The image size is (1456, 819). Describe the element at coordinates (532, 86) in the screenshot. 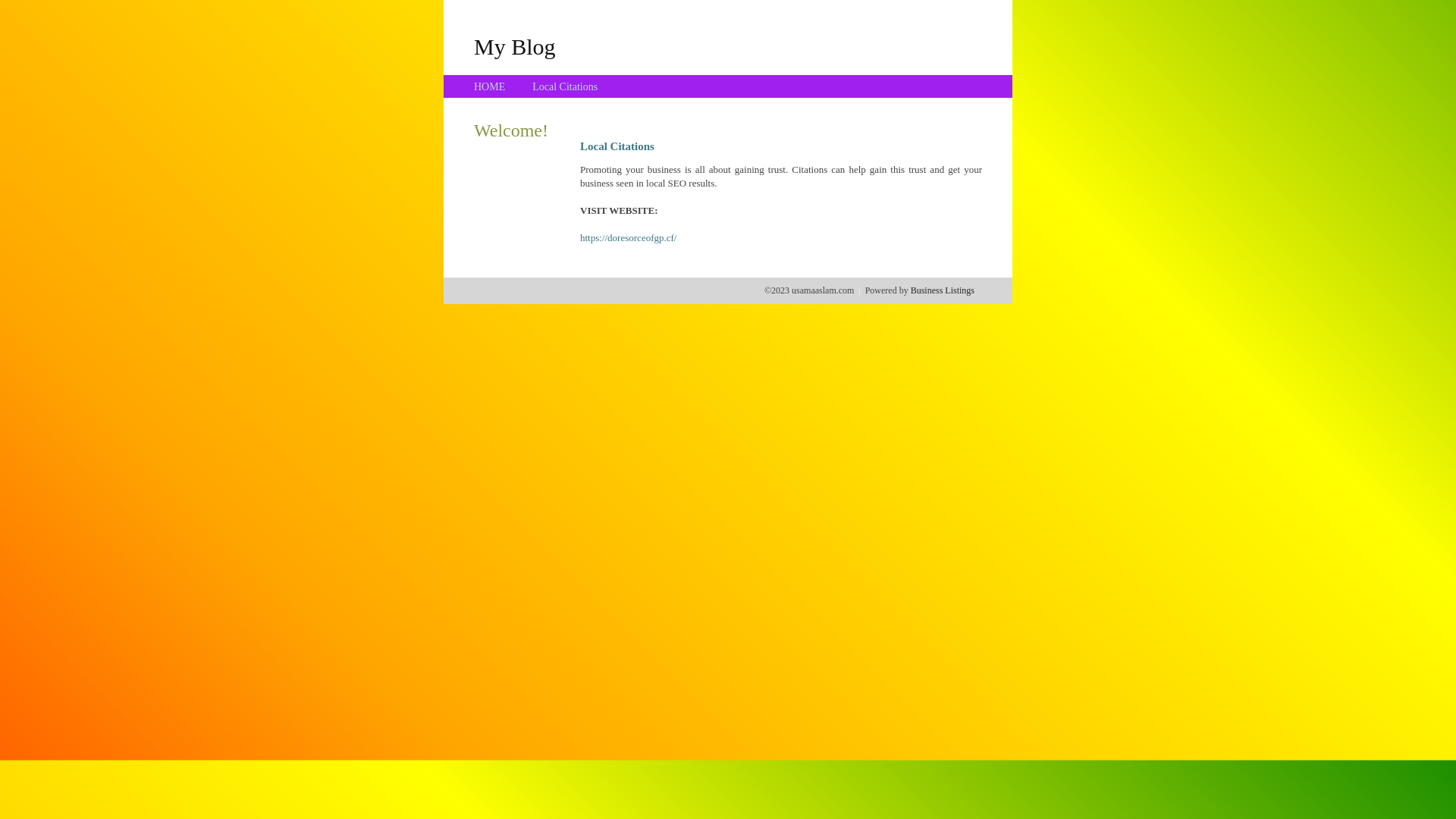

I see `'Local Citations'` at that location.